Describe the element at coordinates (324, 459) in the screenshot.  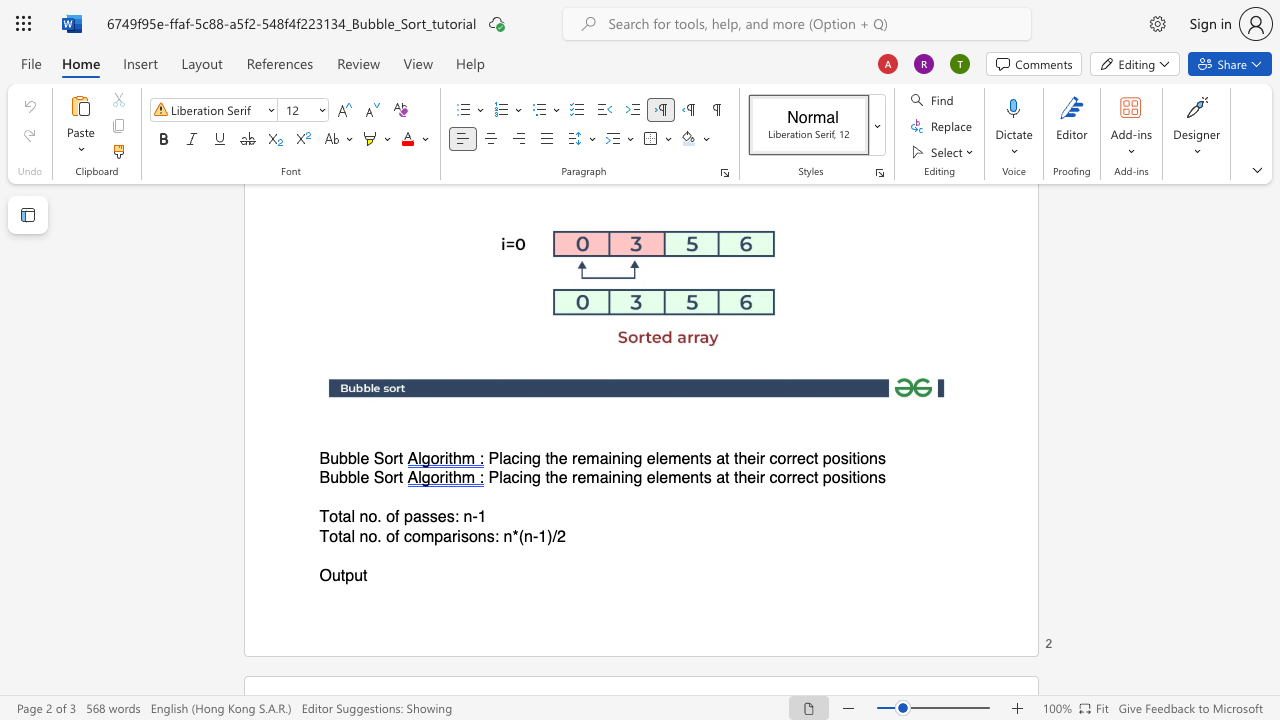
I see `the 1th character "B" in the text` at that location.